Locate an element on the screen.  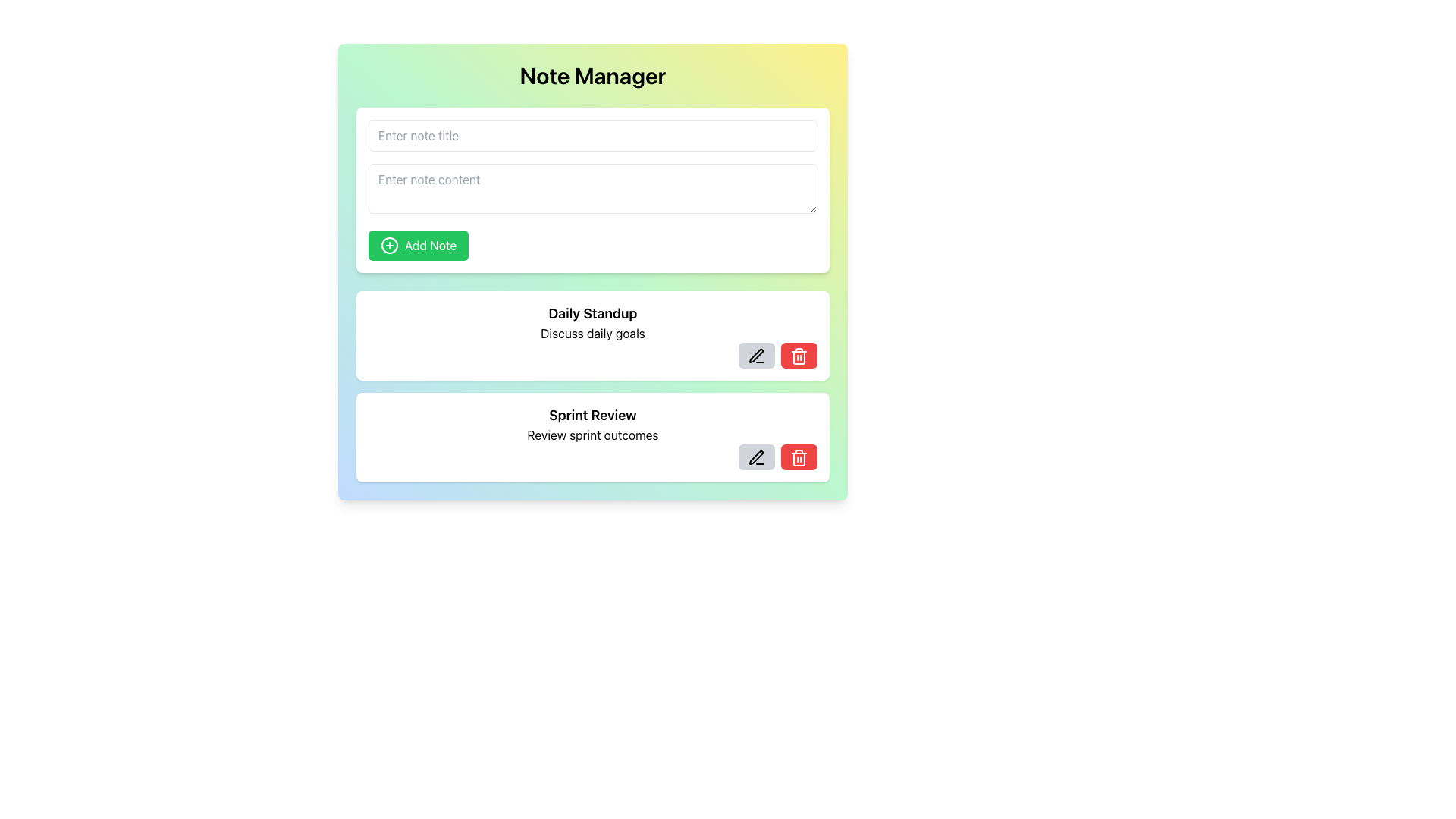
the 'Daily Standup' text label, which is styled with a bold and larger font size and located at the top of a white card below the 'Add Note' button is located at coordinates (592, 312).